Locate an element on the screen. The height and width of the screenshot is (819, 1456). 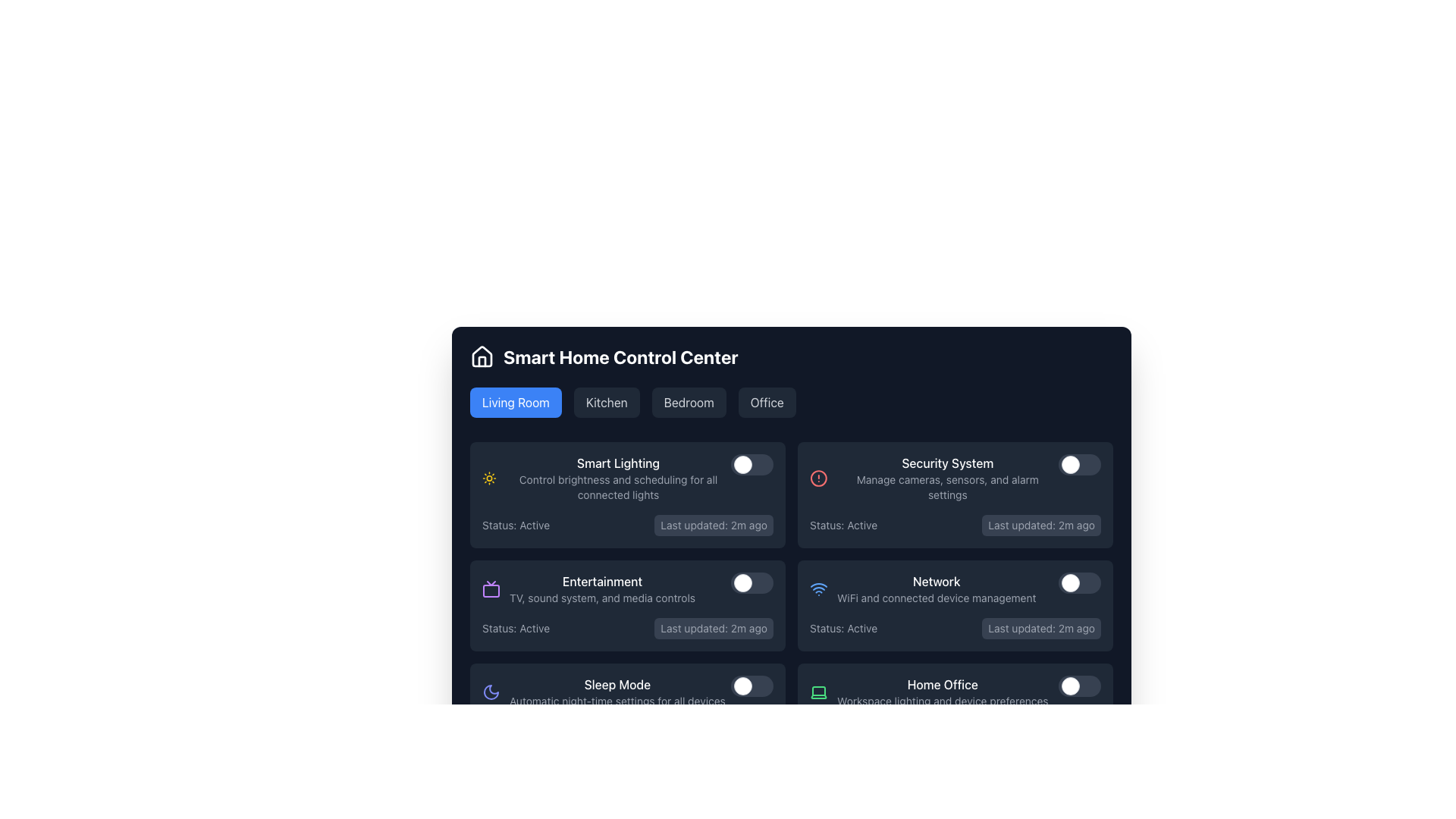
the decorative moon icon representing the 'Sleep Mode' functionality located in the bottom row of options within the 'Living Room' tab section is located at coordinates (491, 692).